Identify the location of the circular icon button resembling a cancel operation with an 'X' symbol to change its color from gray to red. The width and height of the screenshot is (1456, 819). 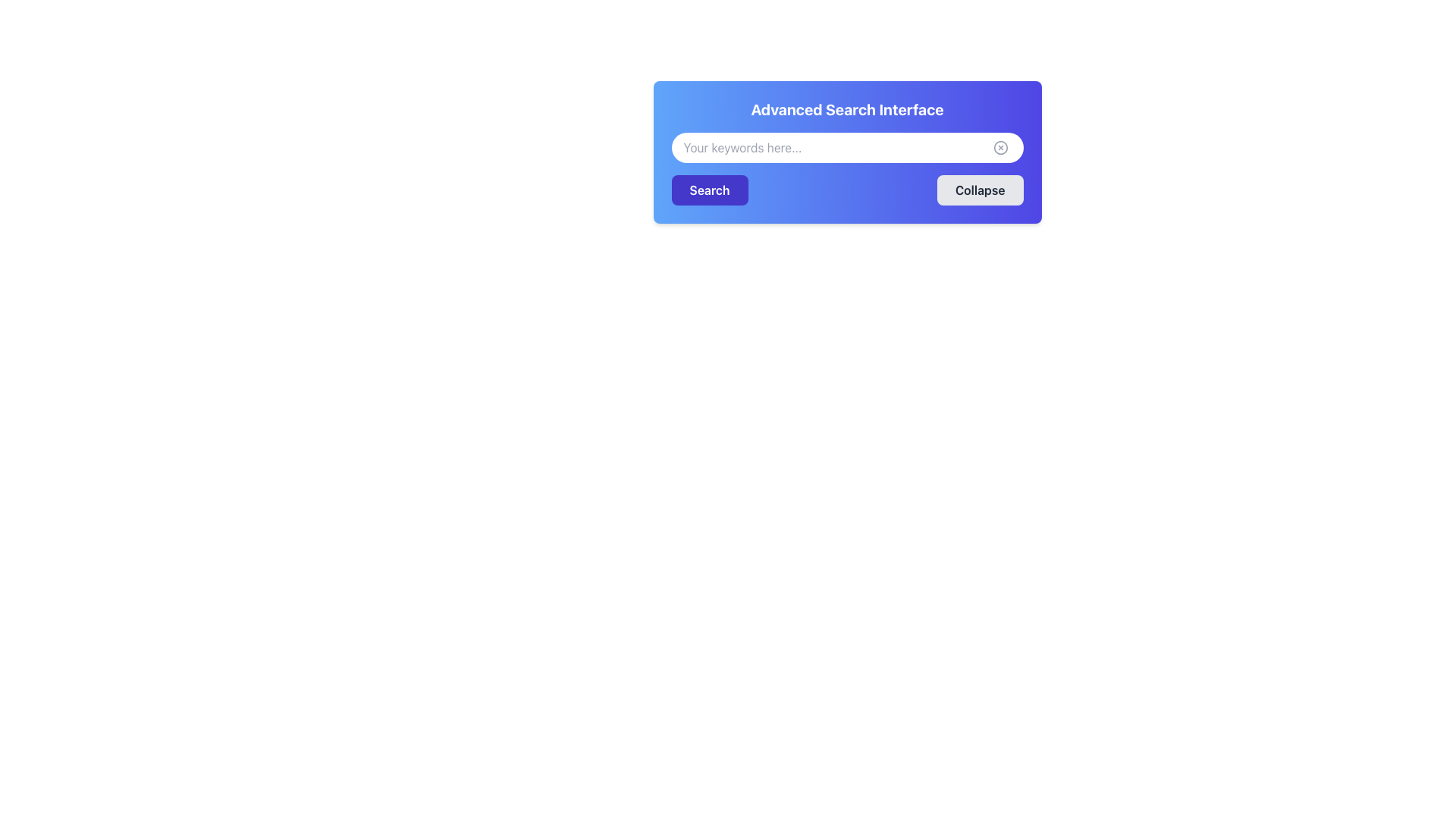
(1000, 148).